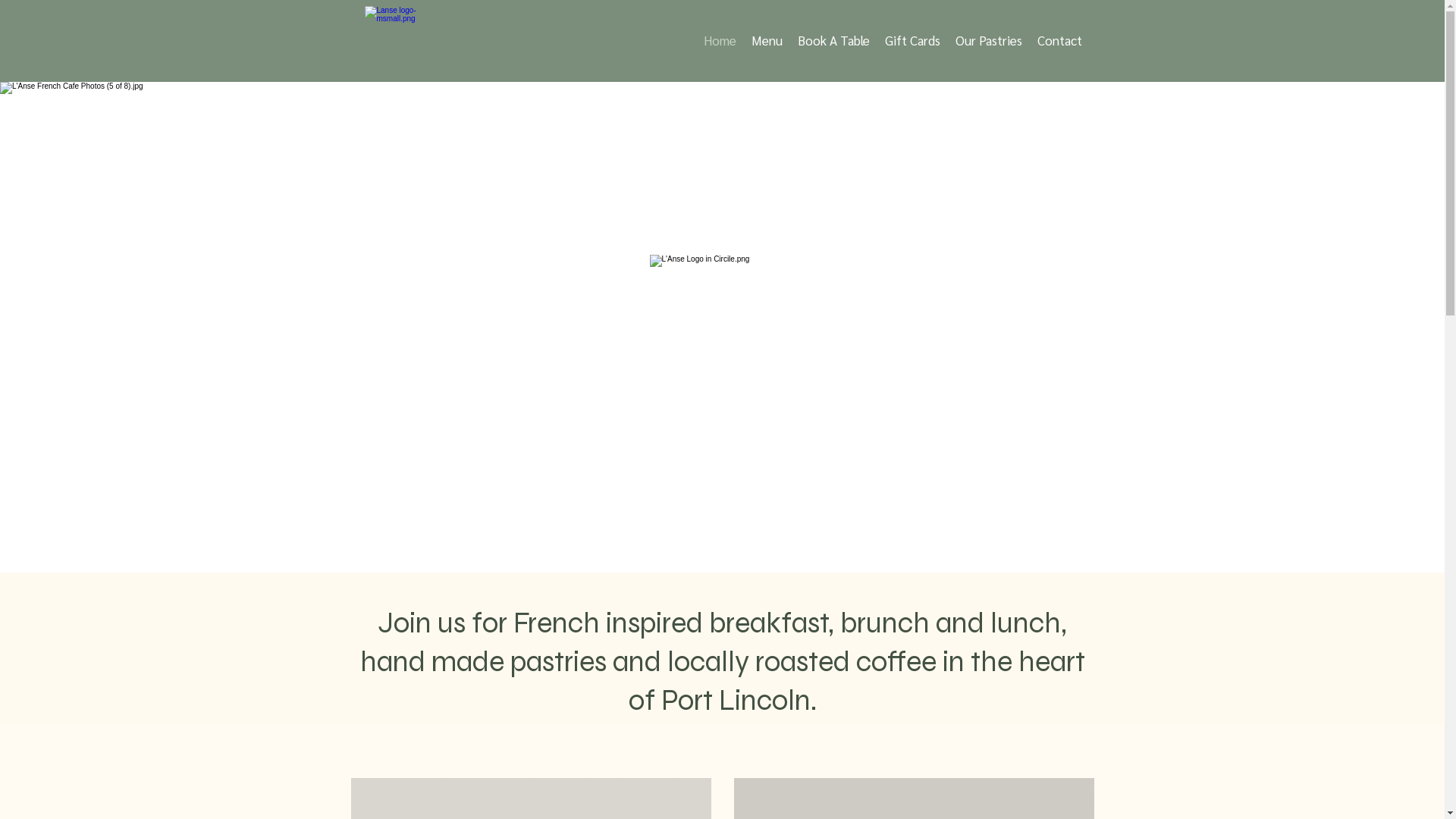 The height and width of the screenshot is (819, 1456). What do you see at coordinates (1059, 39) in the screenshot?
I see `'Contact'` at bounding box center [1059, 39].